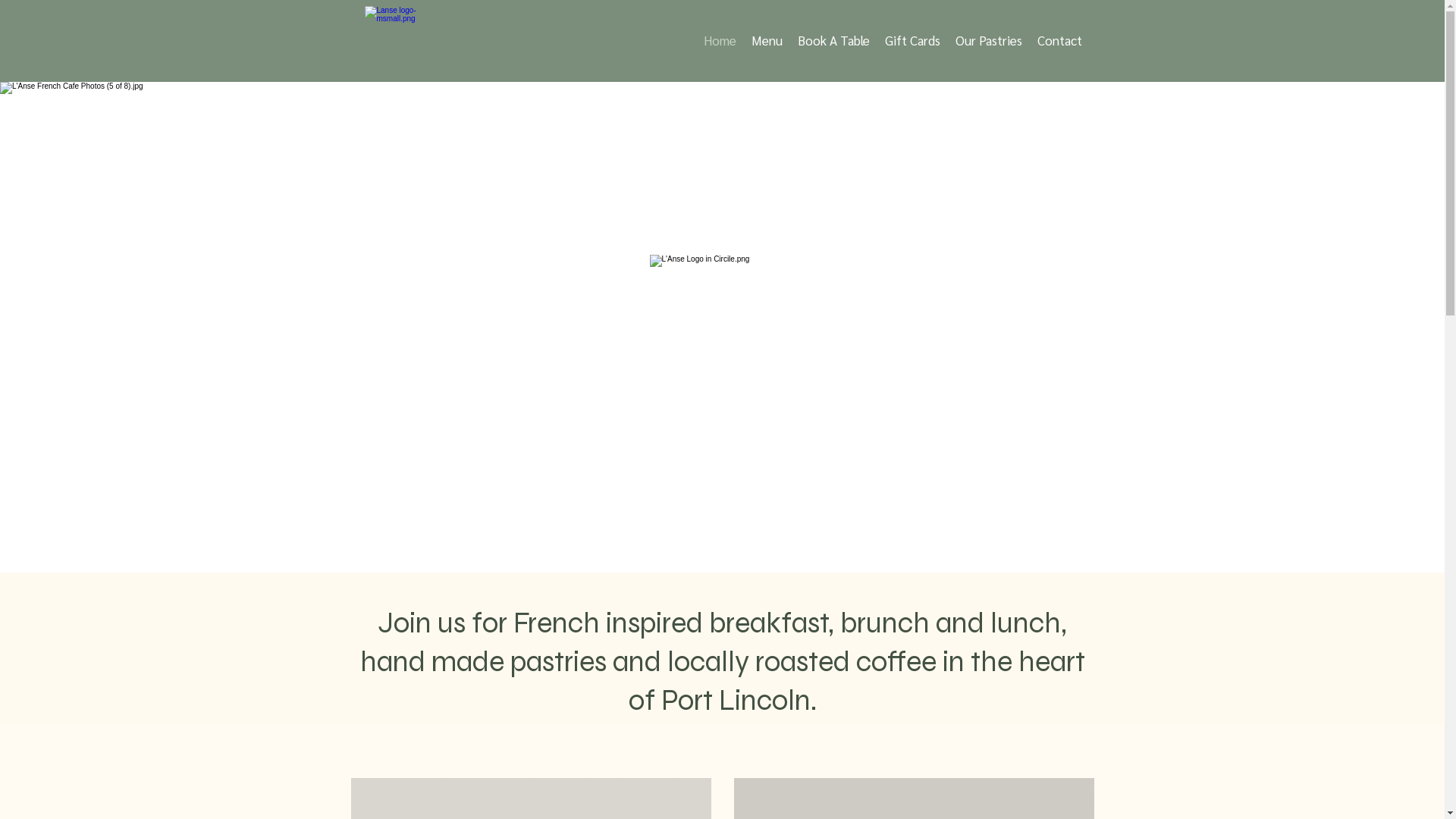 The height and width of the screenshot is (819, 1456). What do you see at coordinates (1059, 39) in the screenshot?
I see `'Contact'` at bounding box center [1059, 39].